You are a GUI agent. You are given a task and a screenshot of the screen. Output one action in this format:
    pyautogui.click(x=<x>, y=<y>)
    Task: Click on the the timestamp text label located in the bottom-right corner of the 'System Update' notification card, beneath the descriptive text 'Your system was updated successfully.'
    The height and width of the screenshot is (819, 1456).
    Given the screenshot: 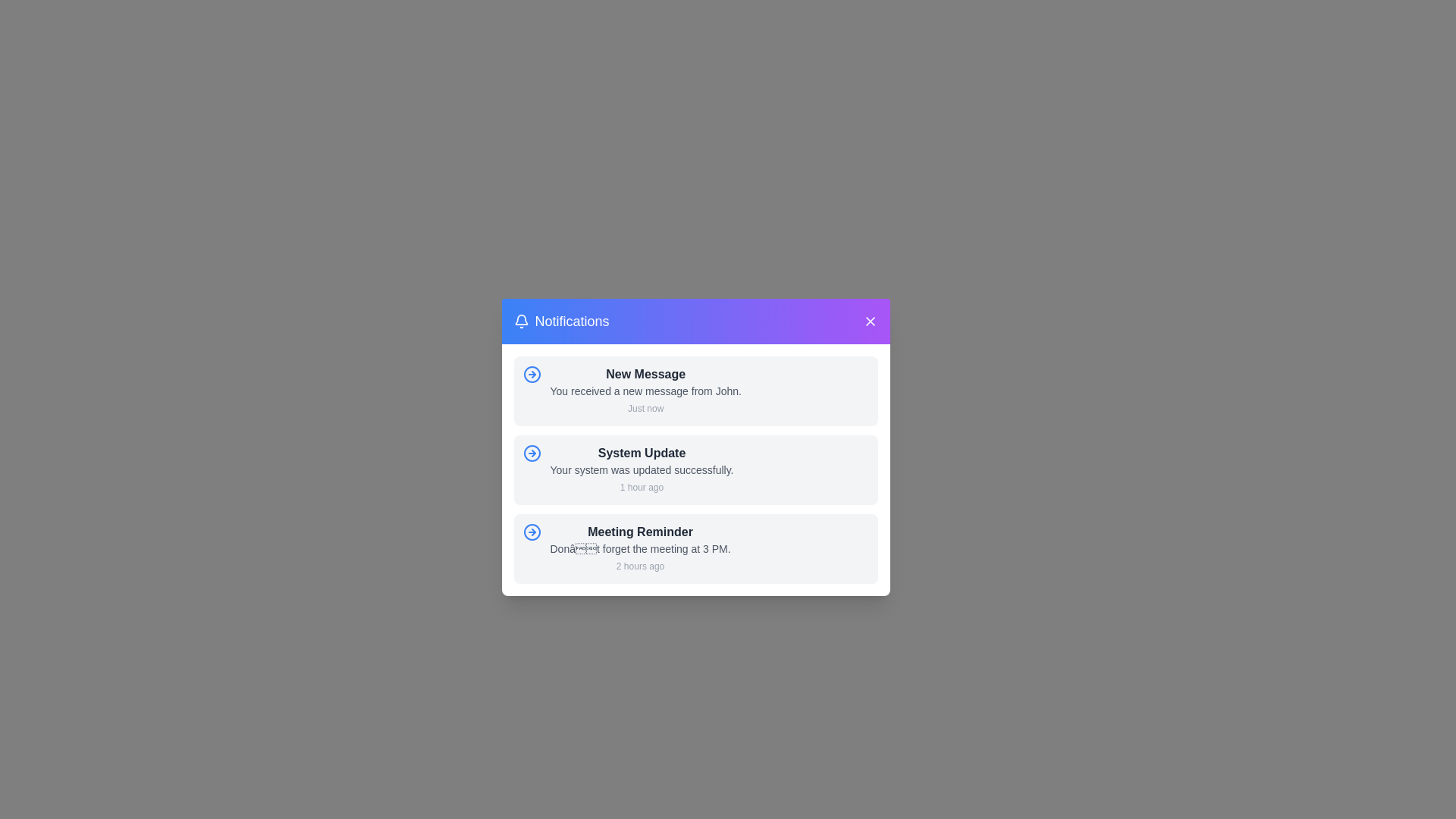 What is the action you would take?
    pyautogui.click(x=642, y=488)
    